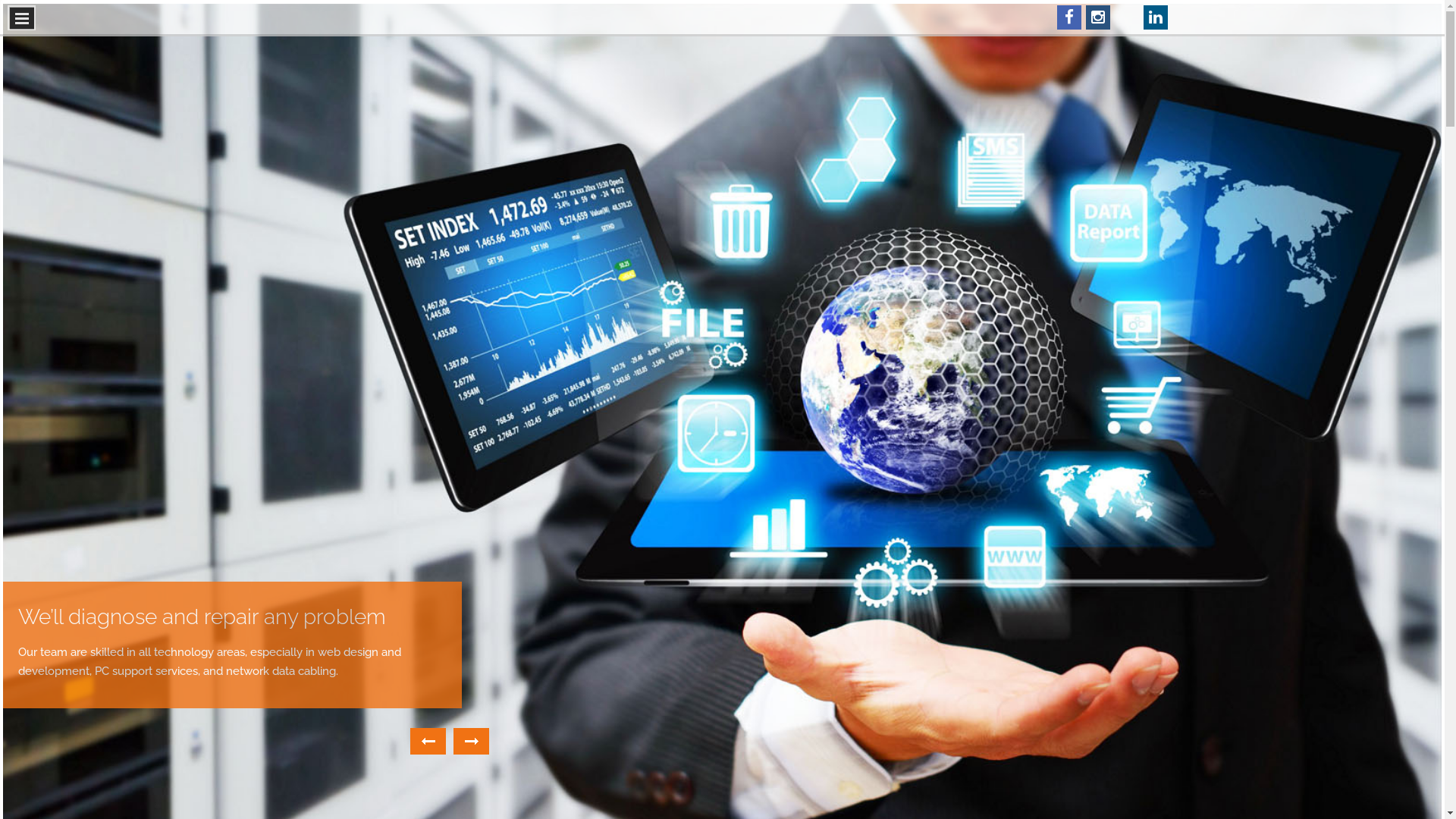 This screenshot has height=819, width=1456. What do you see at coordinates (1127, 17) in the screenshot?
I see `'Aero Admin'` at bounding box center [1127, 17].